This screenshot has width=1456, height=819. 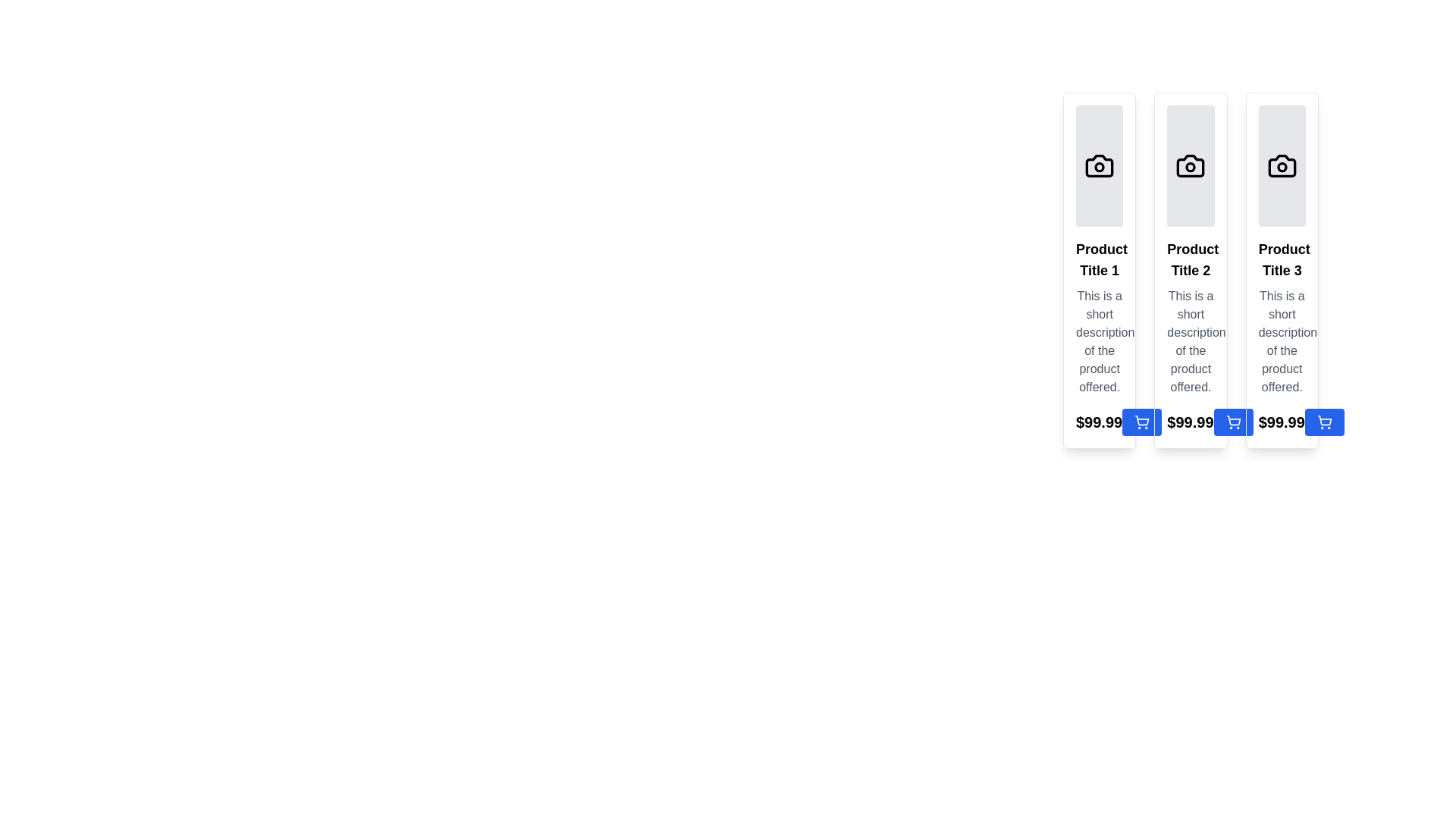 What do you see at coordinates (1190, 166) in the screenshot?
I see `the camera icon, which is a minimalist black line design on a gray background, located in the center of the second card from the left in a row of three cards` at bounding box center [1190, 166].